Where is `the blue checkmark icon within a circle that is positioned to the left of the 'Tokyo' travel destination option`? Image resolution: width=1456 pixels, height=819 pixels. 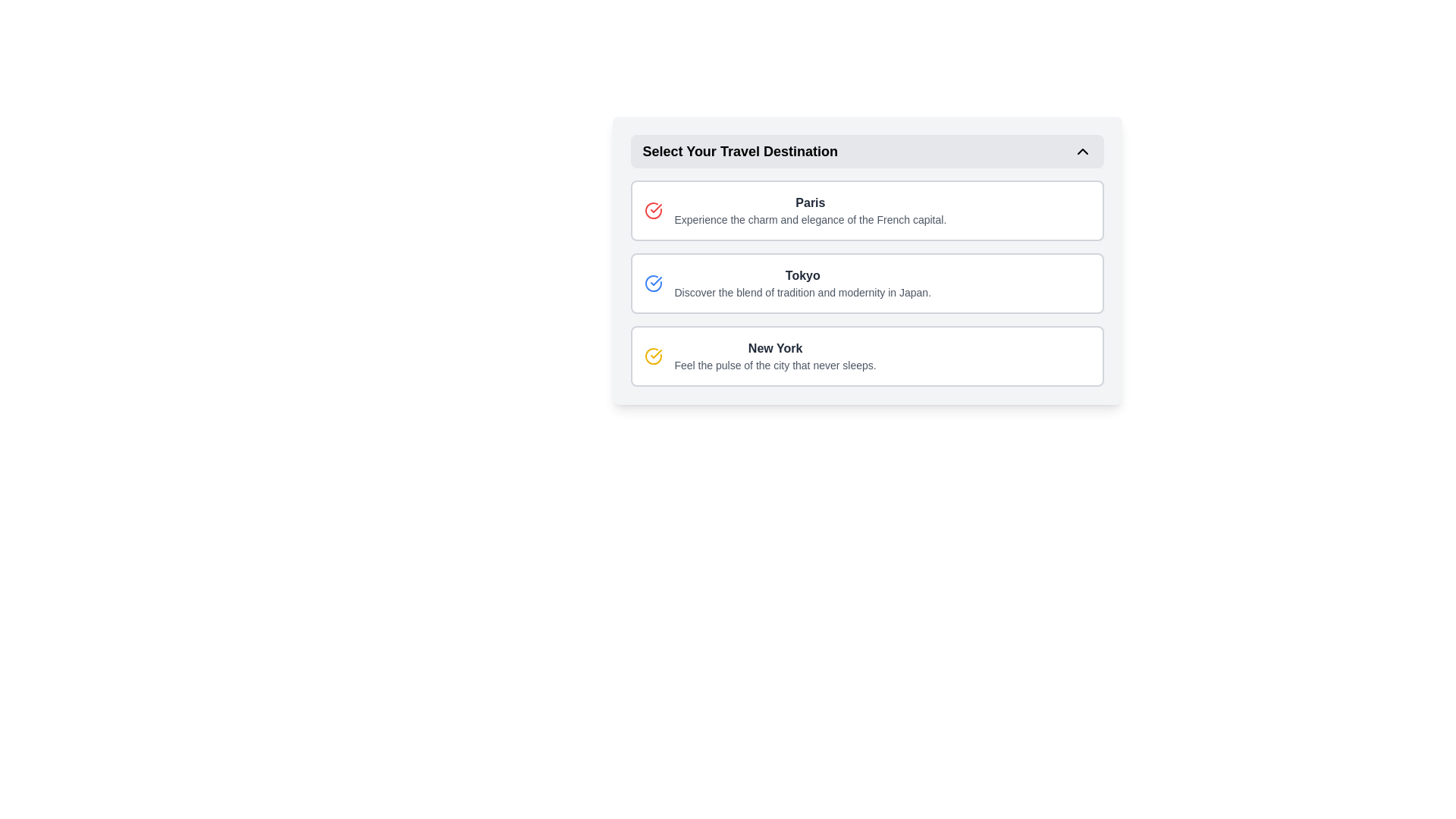 the blue checkmark icon within a circle that is positioned to the left of the 'Tokyo' travel destination option is located at coordinates (653, 284).